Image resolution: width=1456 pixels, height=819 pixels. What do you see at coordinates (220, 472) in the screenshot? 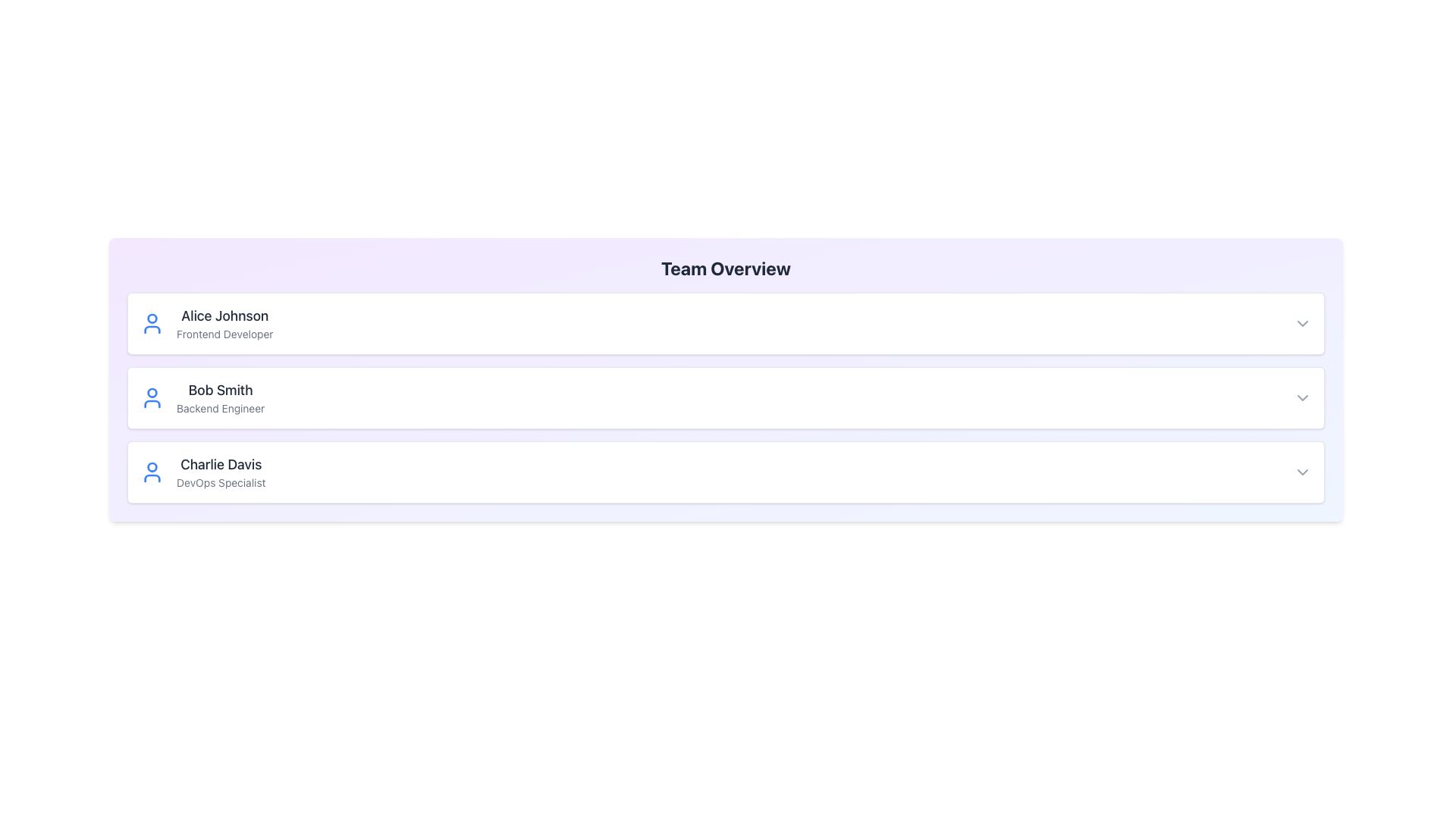
I see `information presented in the text block containing 'Charlie Davis' and 'DevOps Specialist' in the third card of the team members list` at bounding box center [220, 472].